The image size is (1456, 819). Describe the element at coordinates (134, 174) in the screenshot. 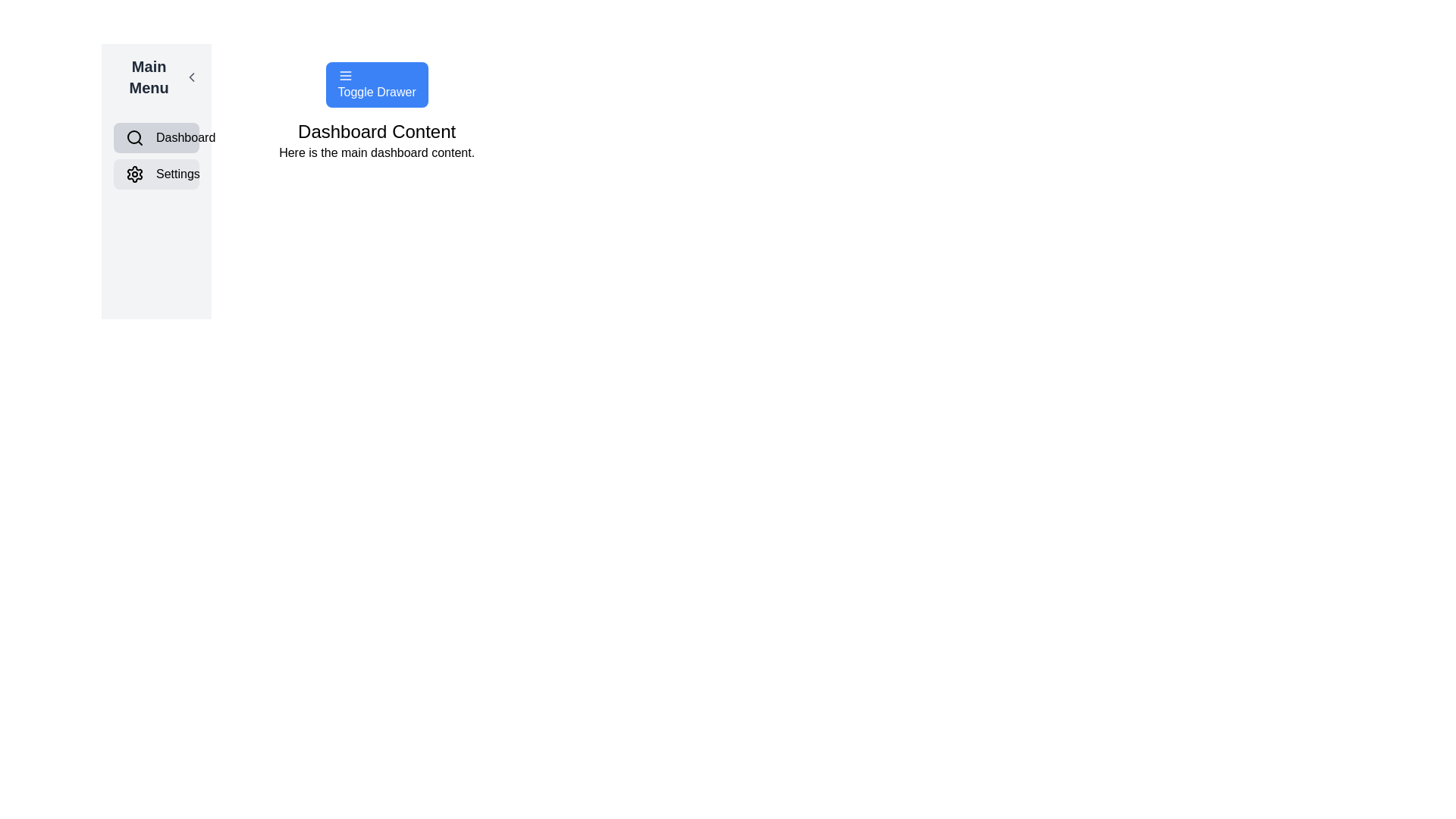

I see `the settings icon located on the left sidebar, which is directly to the left of the 'Settings' text` at that location.